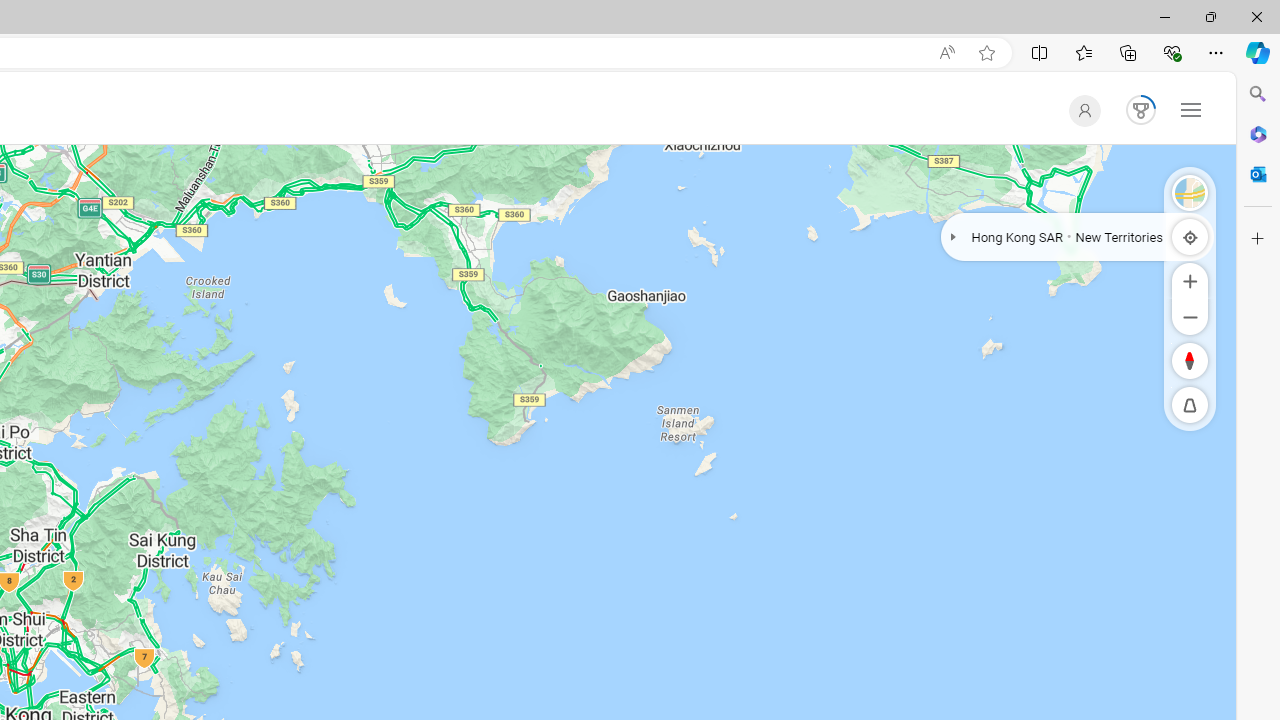 The image size is (1280, 720). Describe the element at coordinates (952, 235) in the screenshot. I see `'Expand/Collapse Geochain'` at that location.